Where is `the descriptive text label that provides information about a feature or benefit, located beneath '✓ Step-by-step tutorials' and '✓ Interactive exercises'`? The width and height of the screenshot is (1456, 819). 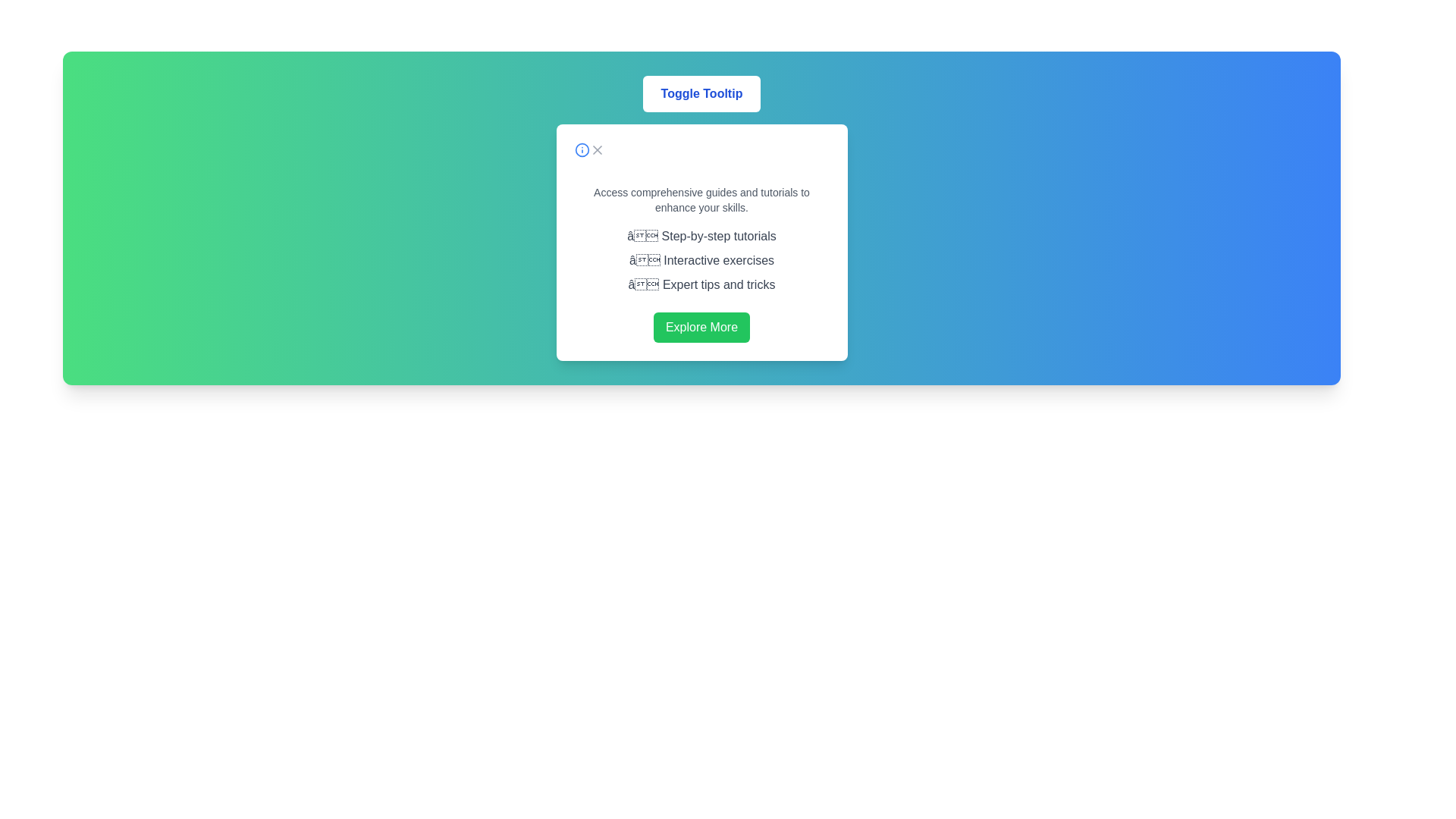
the descriptive text label that provides information about a feature or benefit, located beneath '✓ Step-by-step tutorials' and '✓ Interactive exercises' is located at coordinates (701, 284).